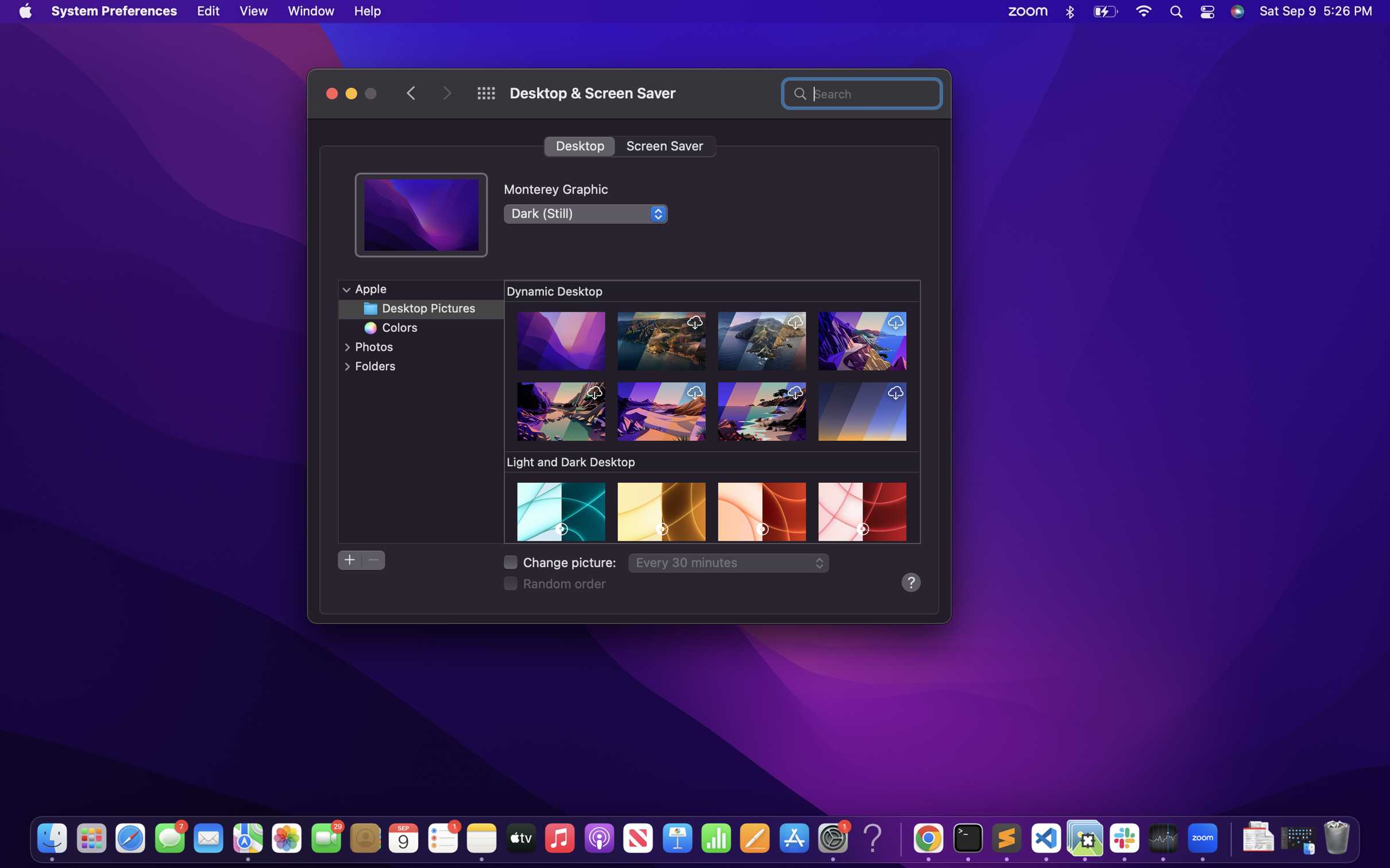 This screenshot has width=1390, height=868. What do you see at coordinates (665, 145) in the screenshot?
I see `Go to screen saver tab of the settings` at bounding box center [665, 145].